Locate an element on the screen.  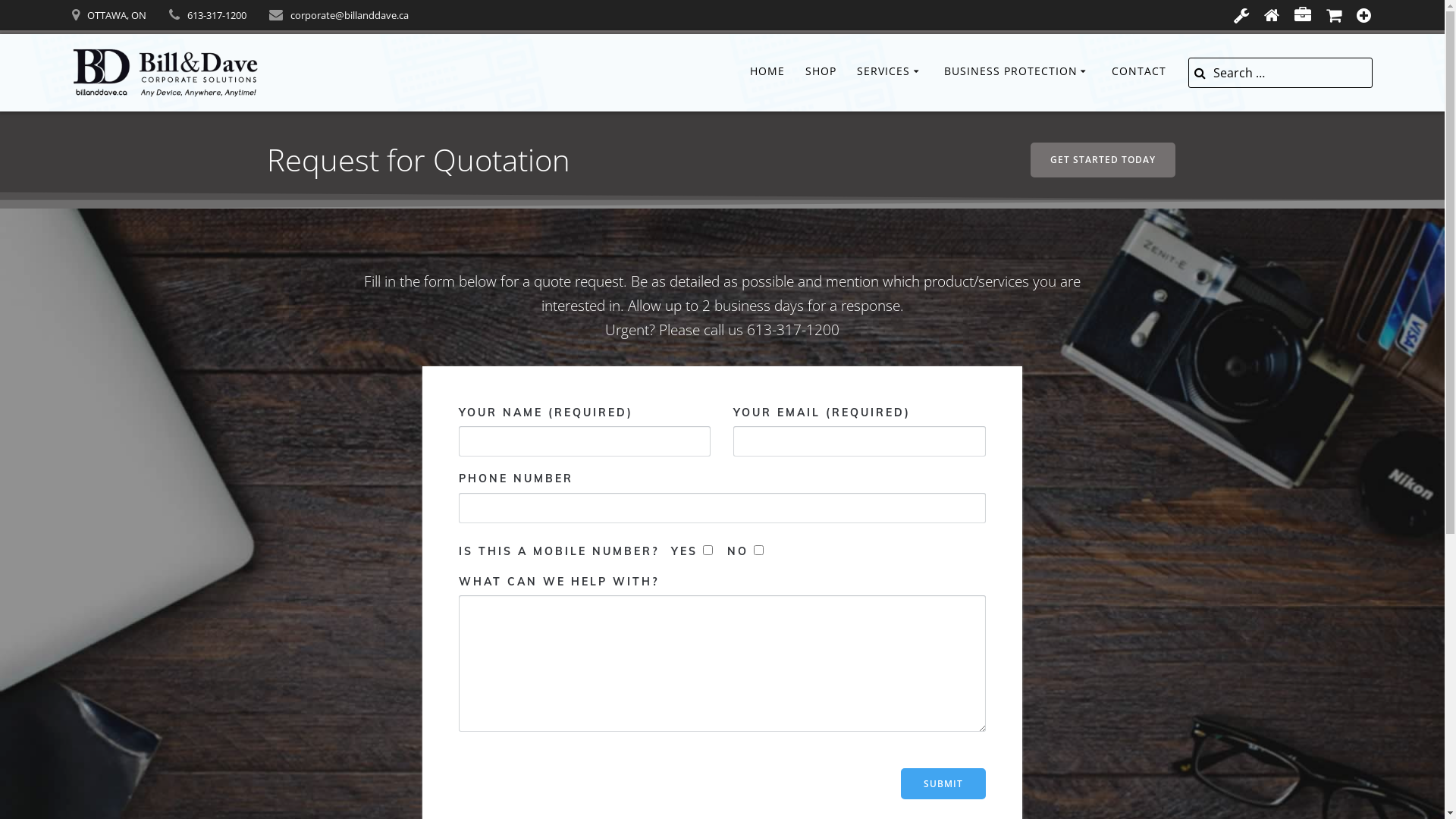
'Submit' is located at coordinates (942, 783).